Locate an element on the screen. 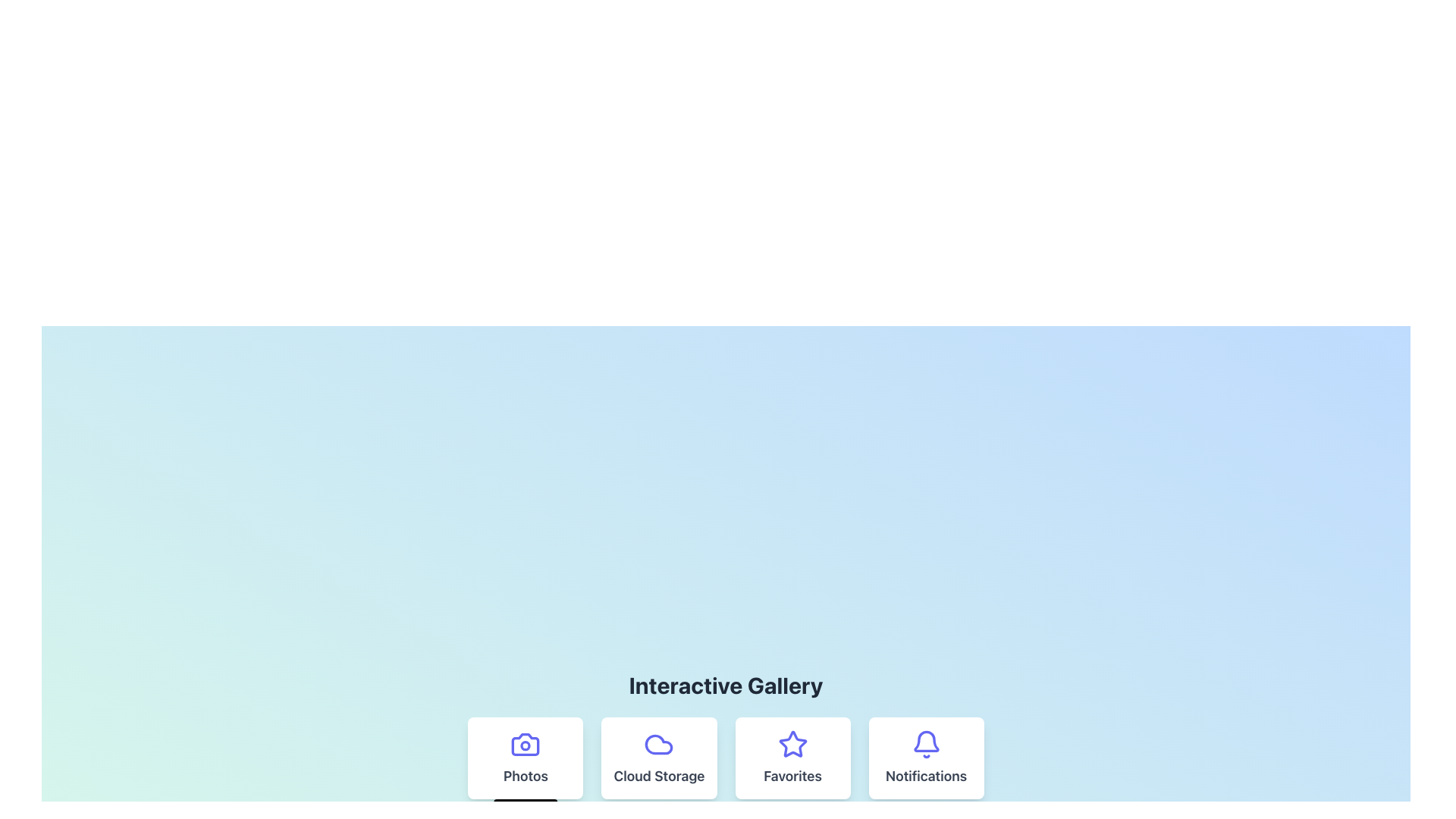 This screenshot has height=819, width=1456. the 'Favorites' text label, which is styled in bold dark gray font and is the third element from the left in a group of horizontally aligned containers at the bottom of the interface is located at coordinates (792, 776).